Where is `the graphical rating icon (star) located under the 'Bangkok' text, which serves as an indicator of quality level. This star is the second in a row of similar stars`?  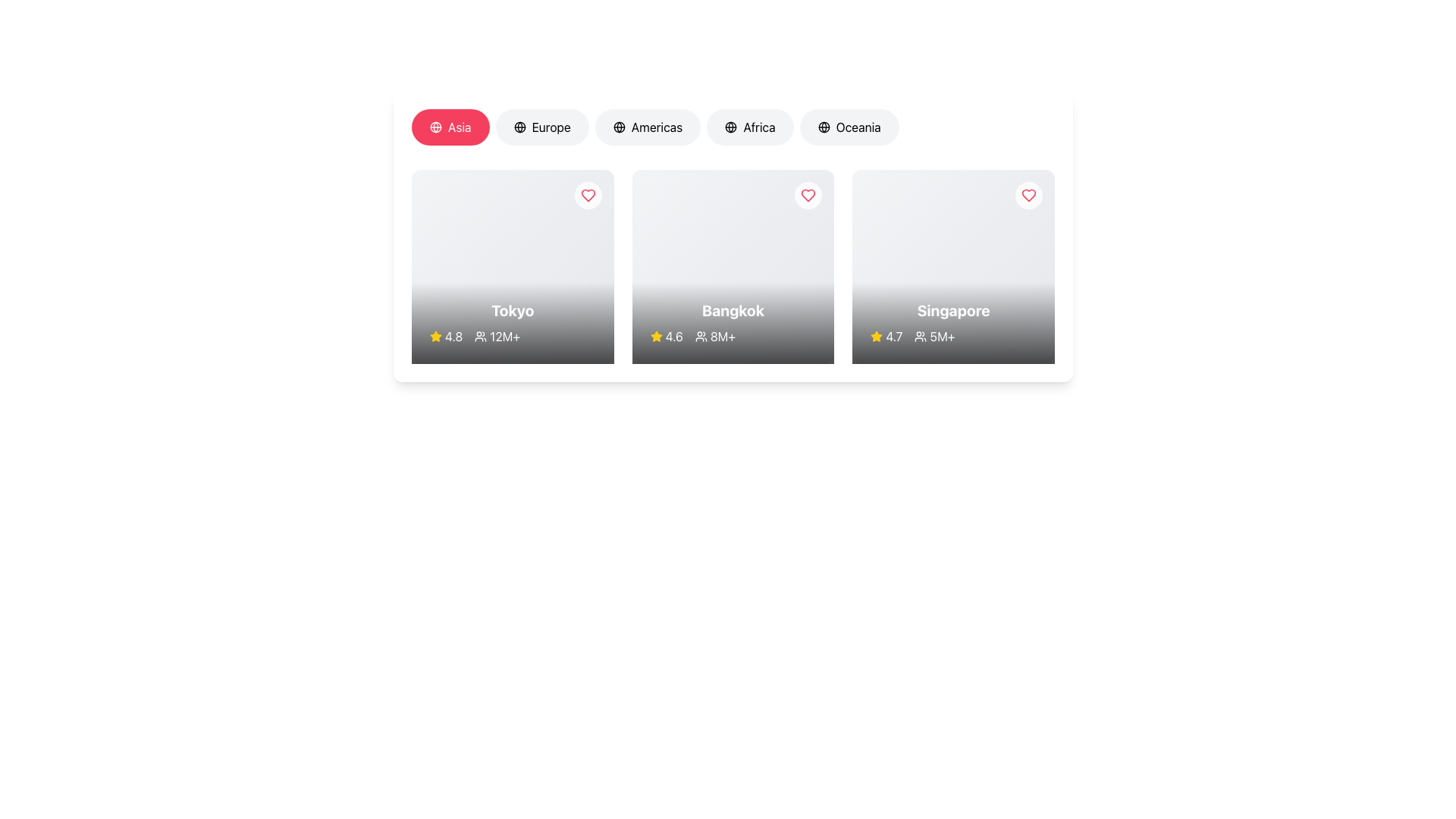
the graphical rating icon (star) located under the 'Bangkok' text, which serves as an indicator of quality level. This star is the second in a row of similar stars is located at coordinates (877, 335).